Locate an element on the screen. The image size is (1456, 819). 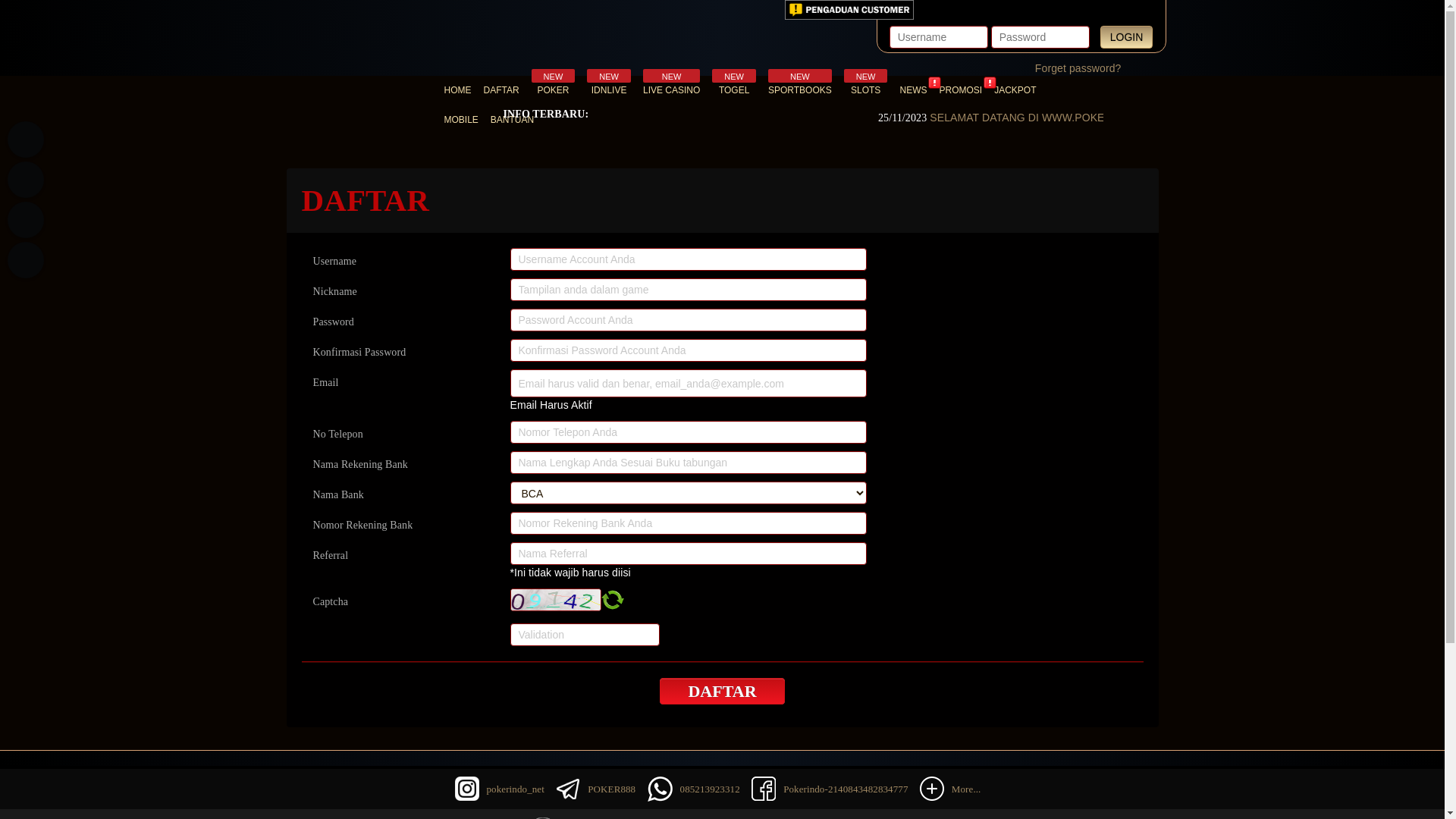
'NEW is located at coordinates (866, 90).